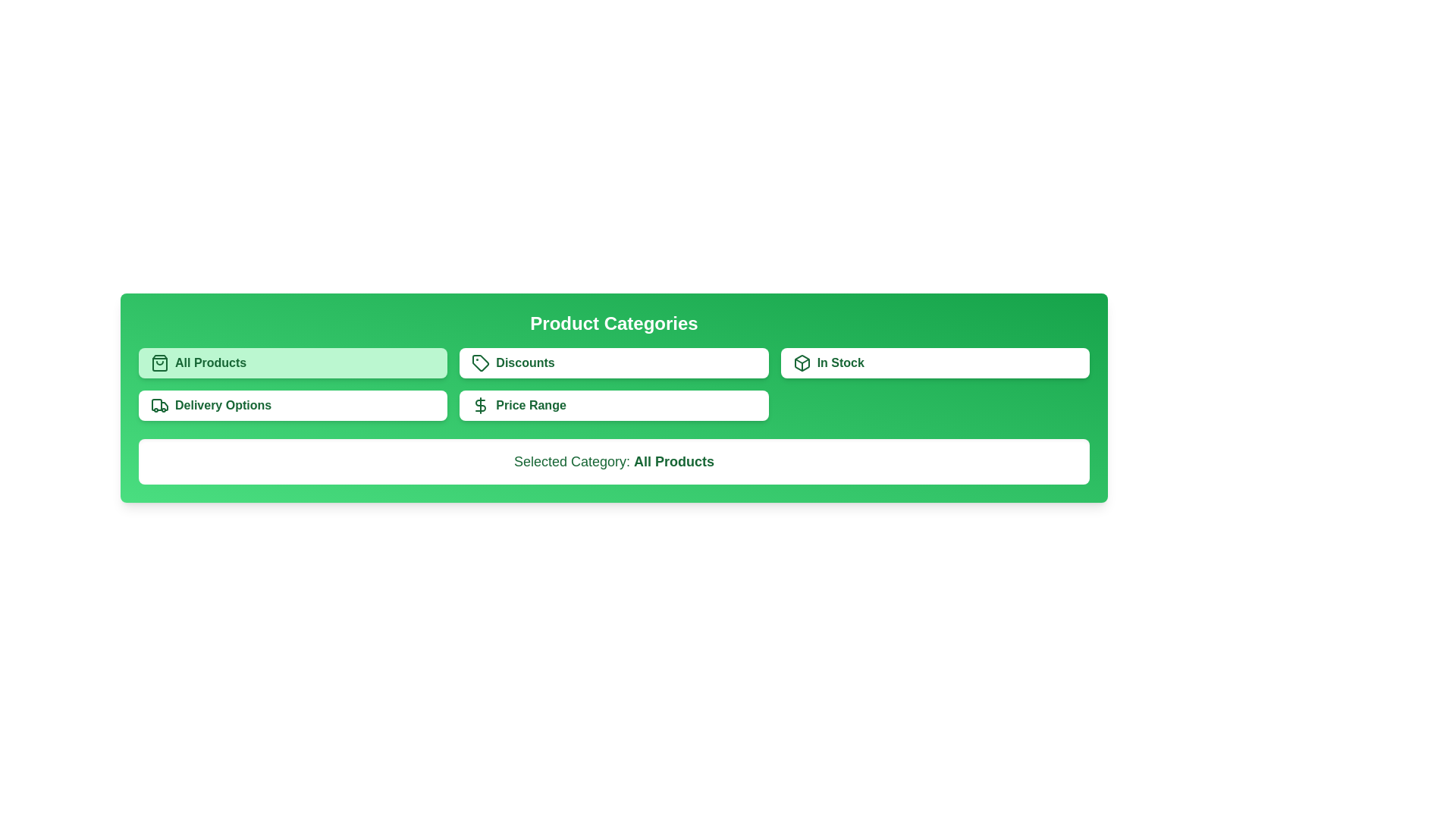  I want to click on the shopping bag icon with a green outline that is positioned to the left of the text 'All Products', so click(160, 362).